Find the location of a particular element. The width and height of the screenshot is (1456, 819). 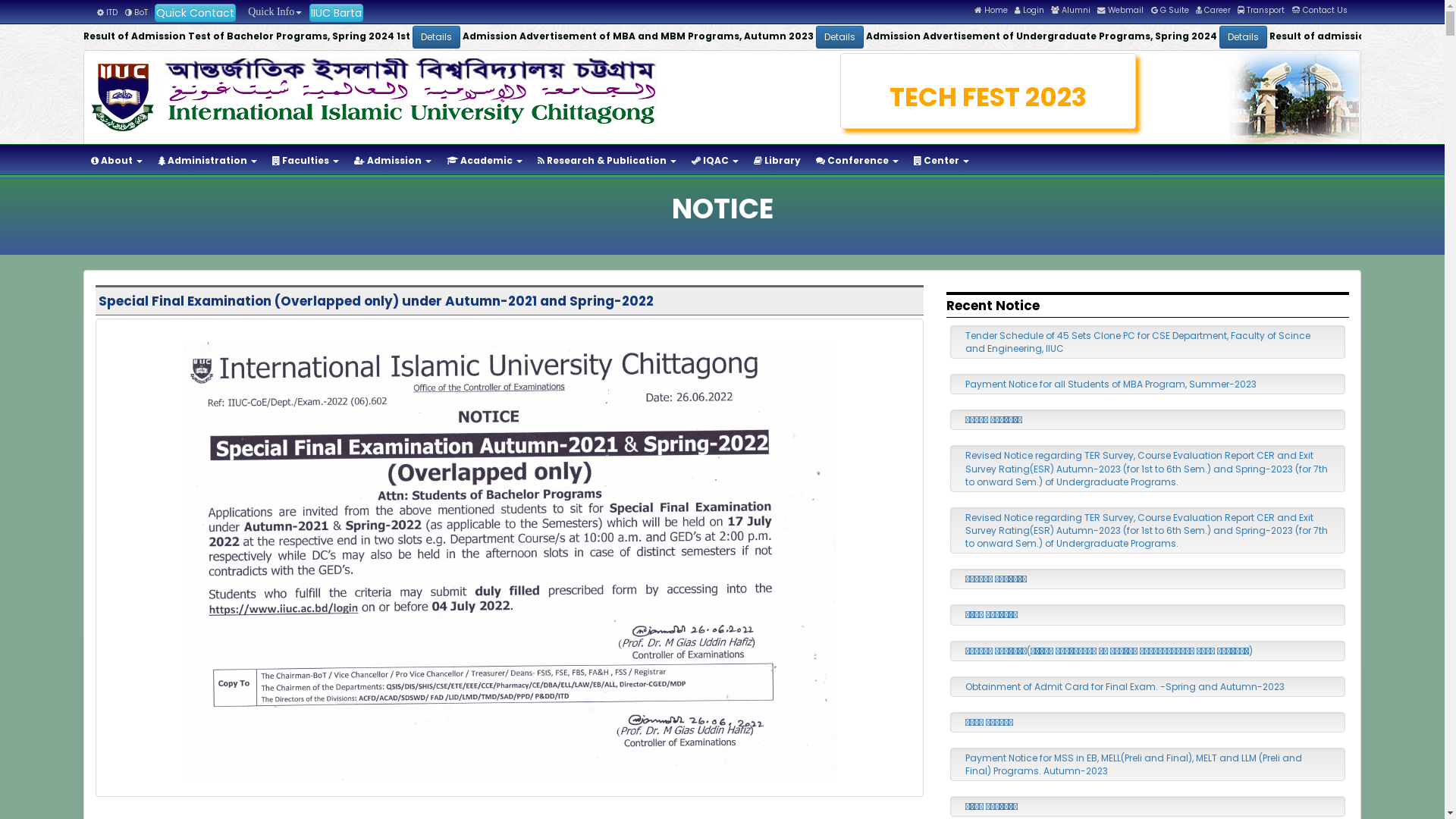

'Library' is located at coordinates (777, 161).